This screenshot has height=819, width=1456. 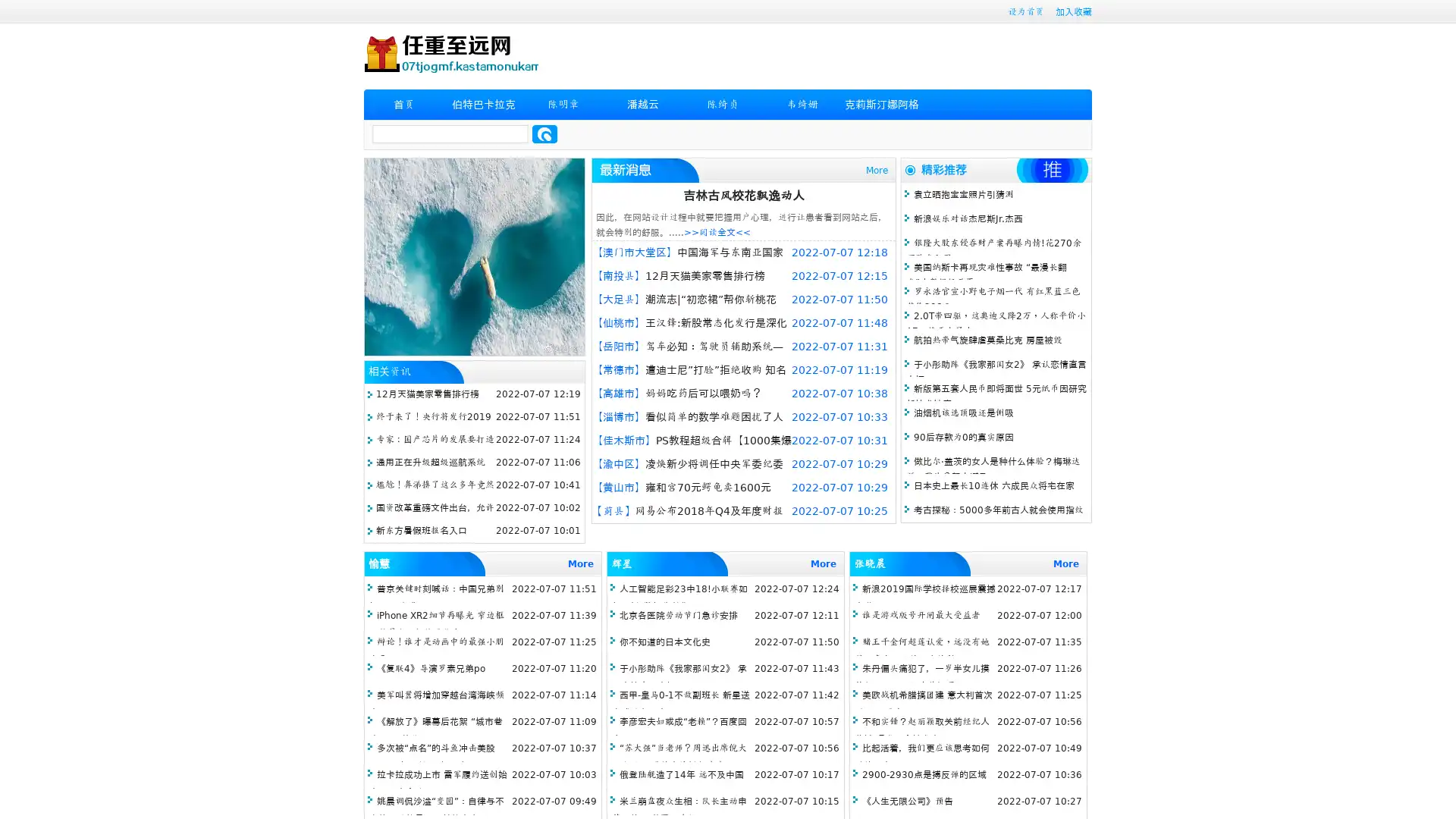 What do you see at coordinates (544, 133) in the screenshot?
I see `Search` at bounding box center [544, 133].